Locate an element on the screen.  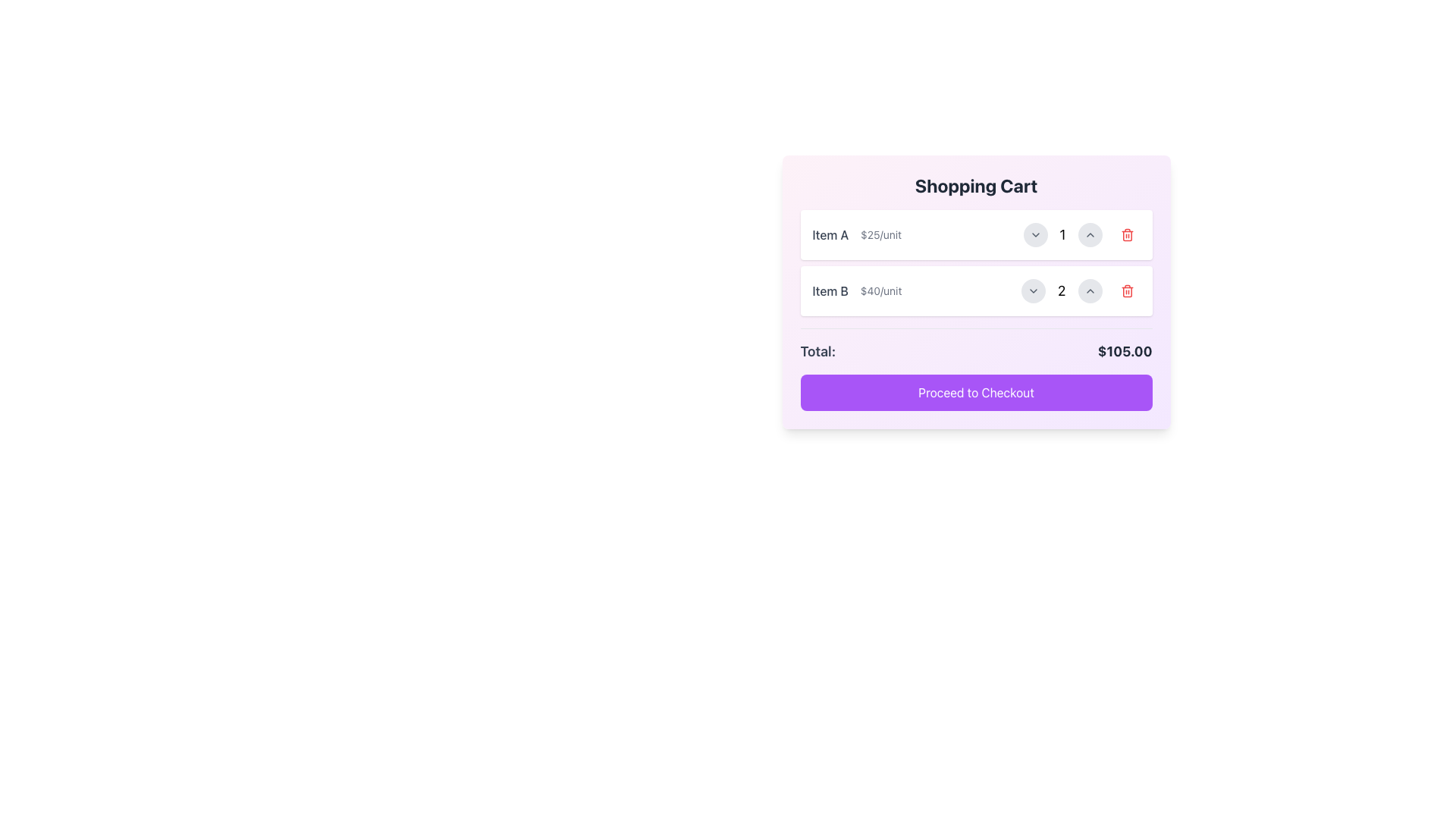
the Text Label indicating the product name and price per unit in the shopping cart, located at the top-left corner of the item's section is located at coordinates (857, 234).